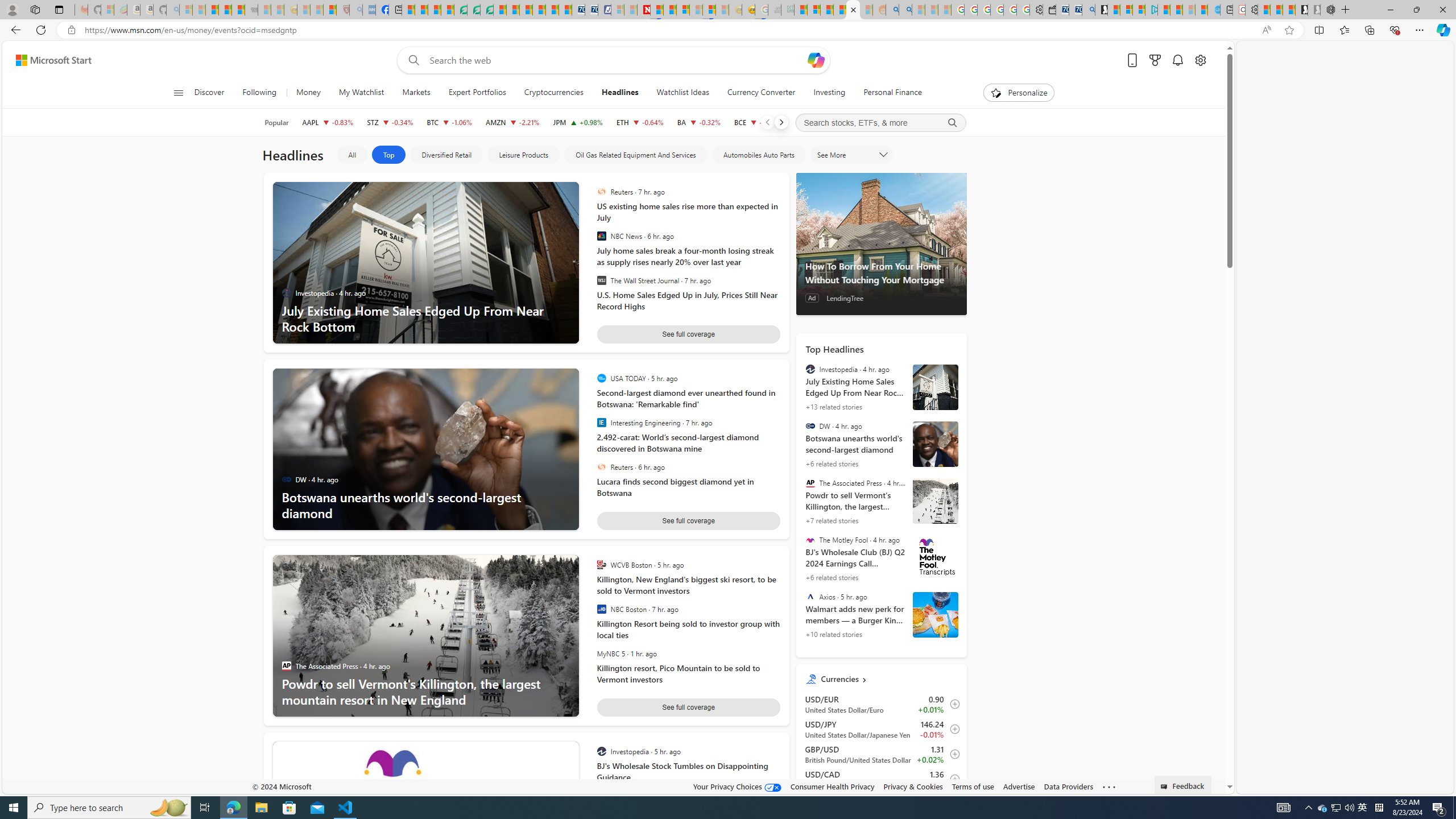 The height and width of the screenshot is (819, 1456). Describe the element at coordinates (388, 154) in the screenshot. I see `'Top'` at that location.